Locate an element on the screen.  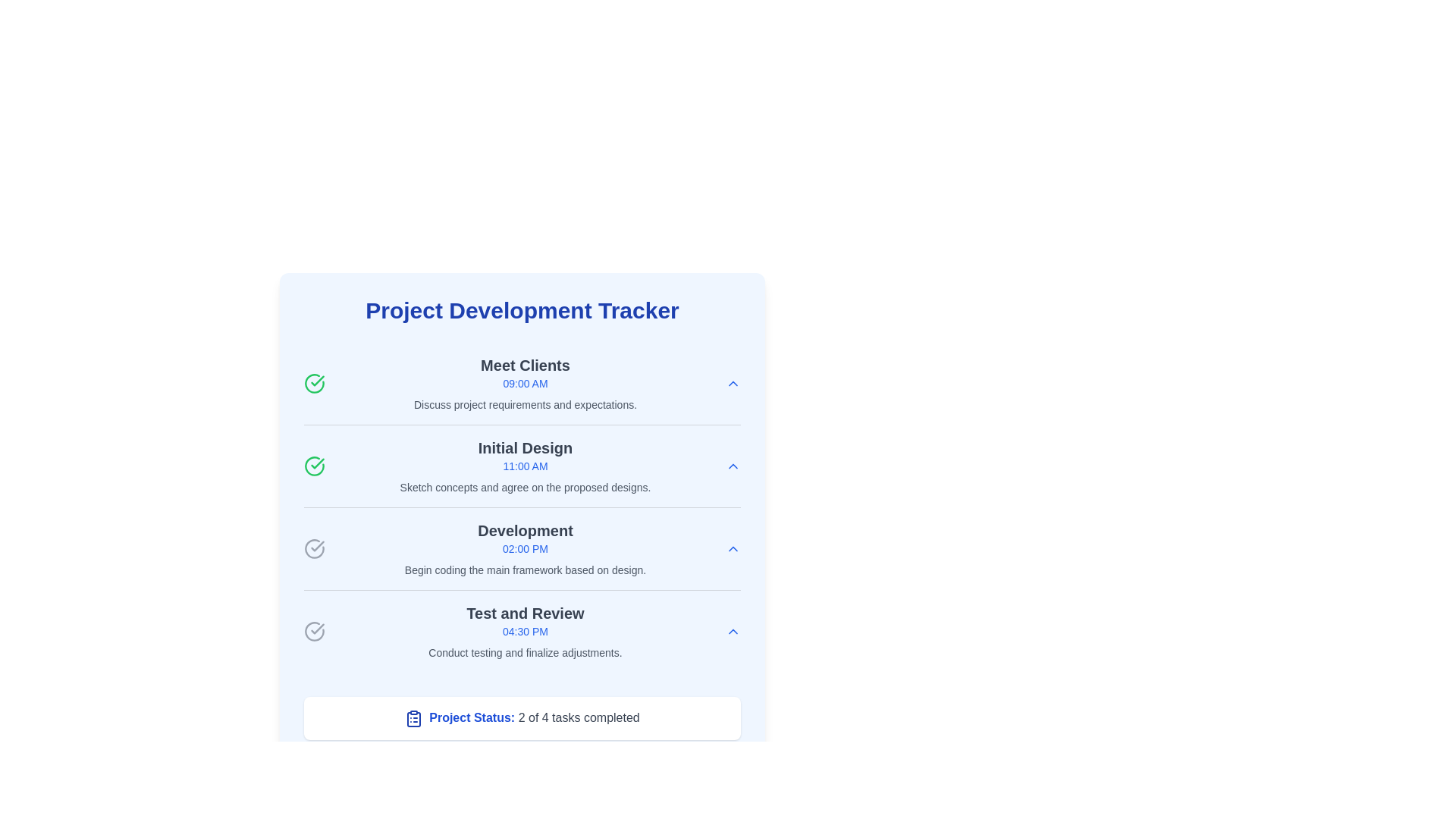
the collapse/expand button located to the right of the task item titled 'Test and Review', which is adjacent to the text '04:30 PM' is located at coordinates (733, 632).